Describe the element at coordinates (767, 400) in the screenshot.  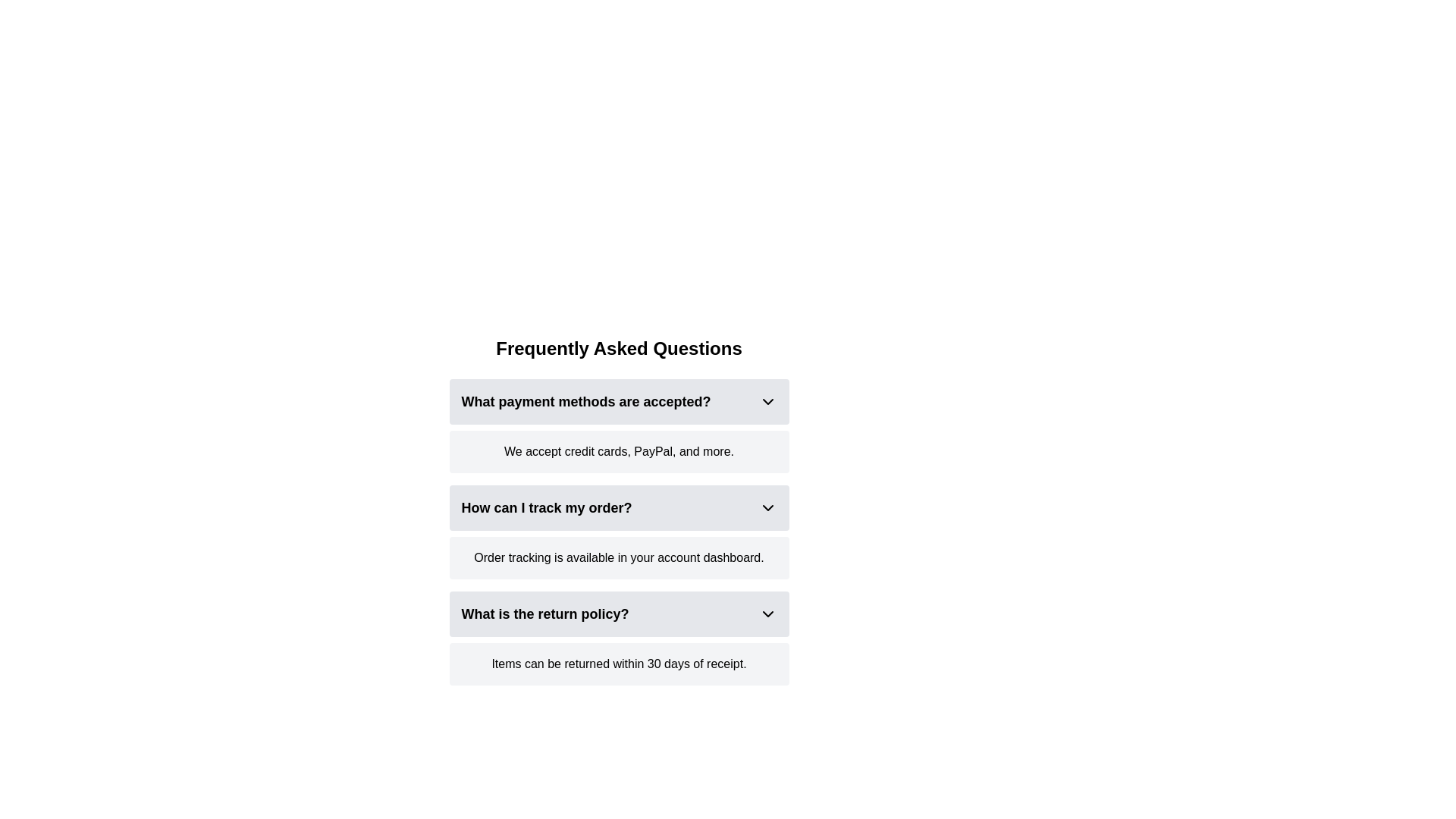
I see `the toggle icon for expanding or collapsing the content associated with the question 'What payment methods are accepted?'` at that location.